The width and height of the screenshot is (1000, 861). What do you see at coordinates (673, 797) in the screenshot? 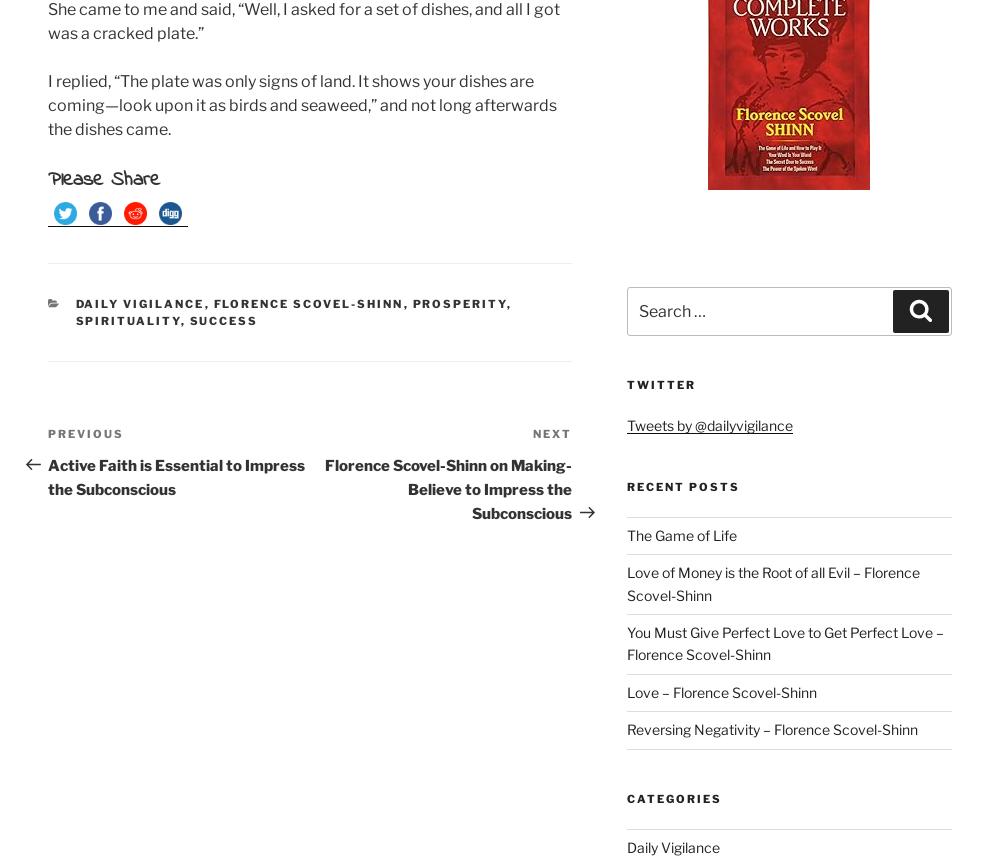
I see `'Categories'` at bounding box center [673, 797].